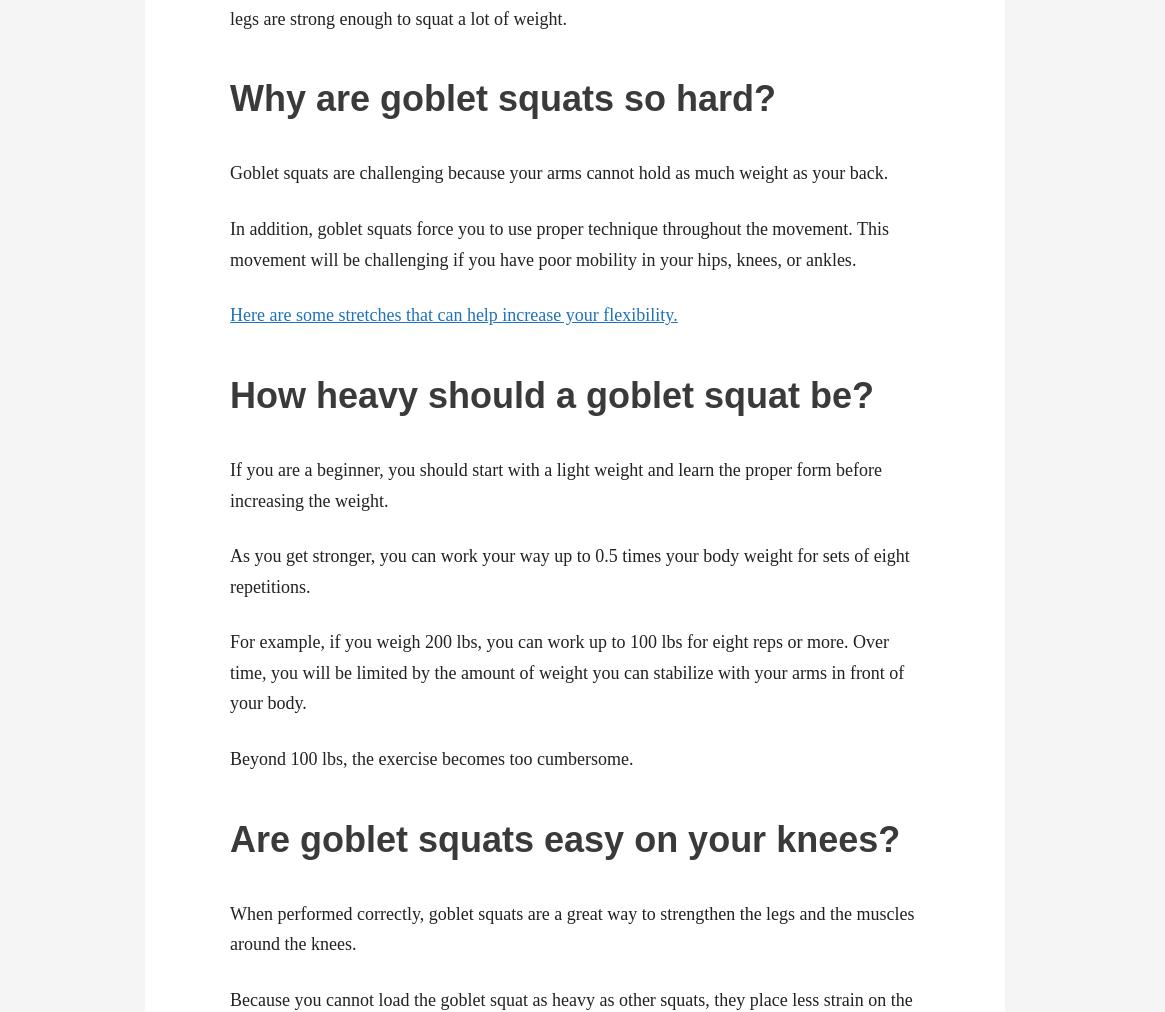  I want to click on 'In addition, goblet squats force you to use proper technique throughout the movement. This movement will be challenging if you have poor mobility in your hips, knees, or ankles.', so click(559, 243).